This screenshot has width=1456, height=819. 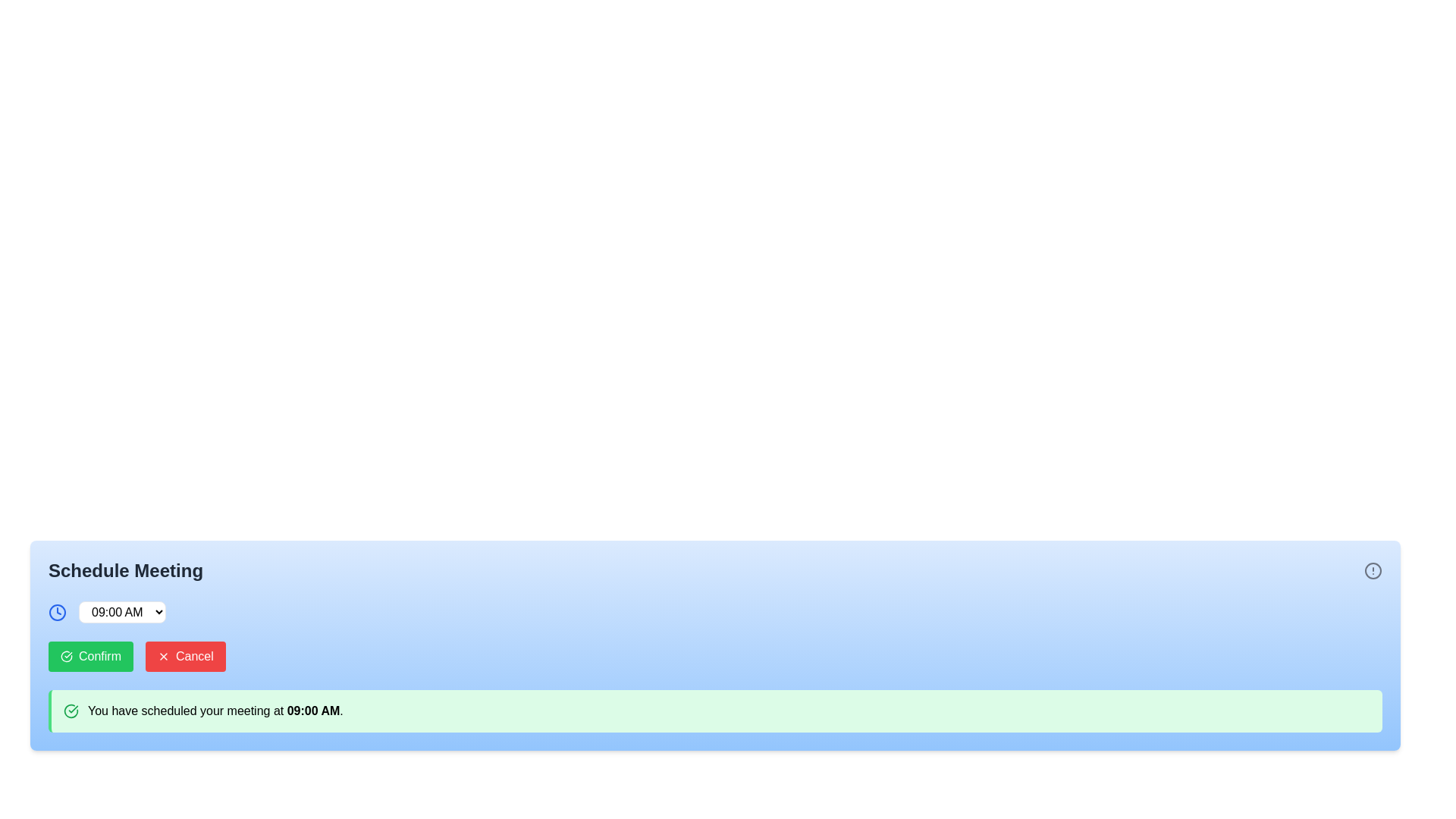 What do you see at coordinates (71, 711) in the screenshot?
I see `the circular green checkmark icon located to the left of the notification text 'You have scheduled your meeting at 09:00 AM.'` at bounding box center [71, 711].